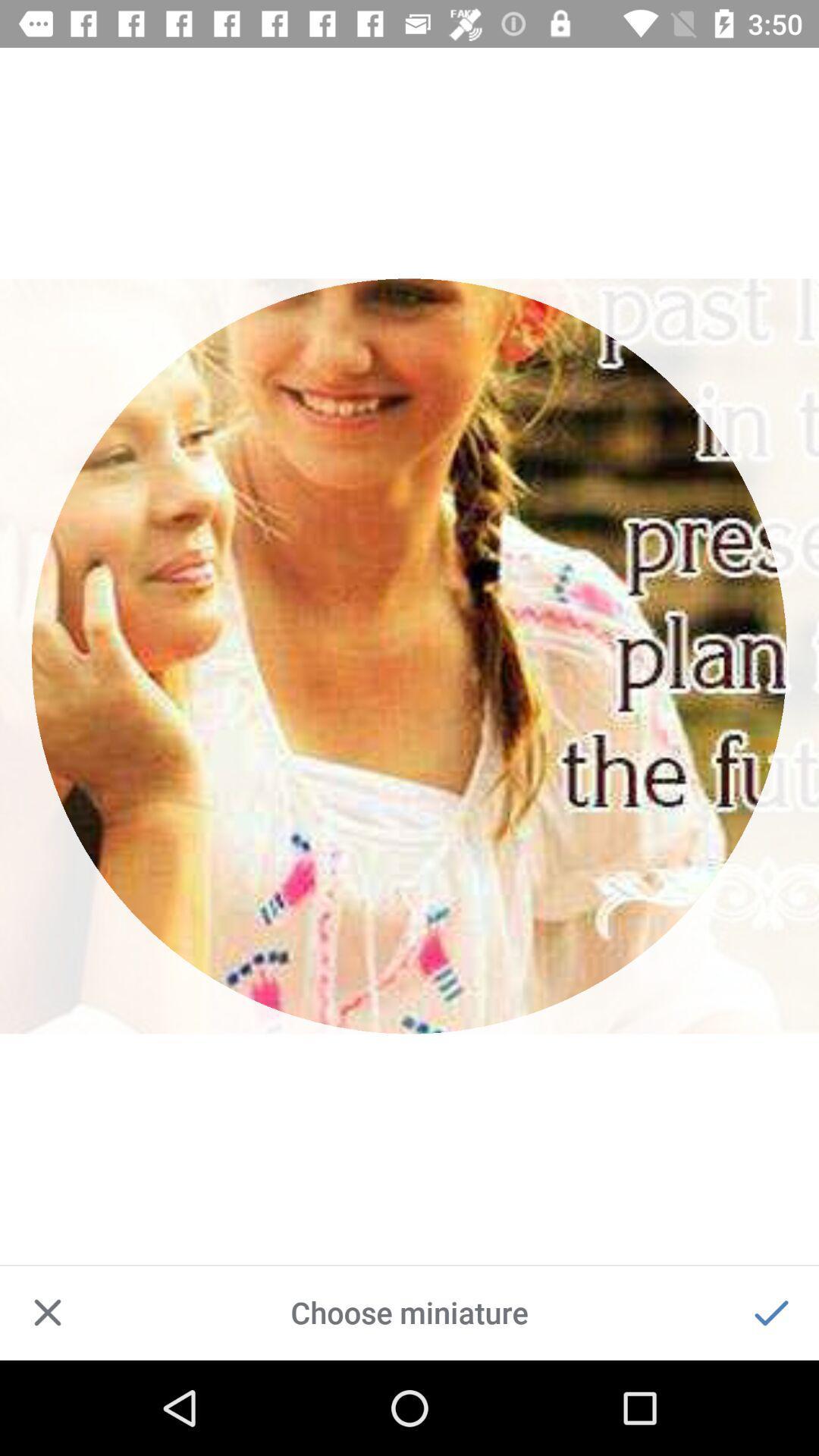 The height and width of the screenshot is (1456, 819). Describe the element at coordinates (46, 1312) in the screenshot. I see `page` at that location.